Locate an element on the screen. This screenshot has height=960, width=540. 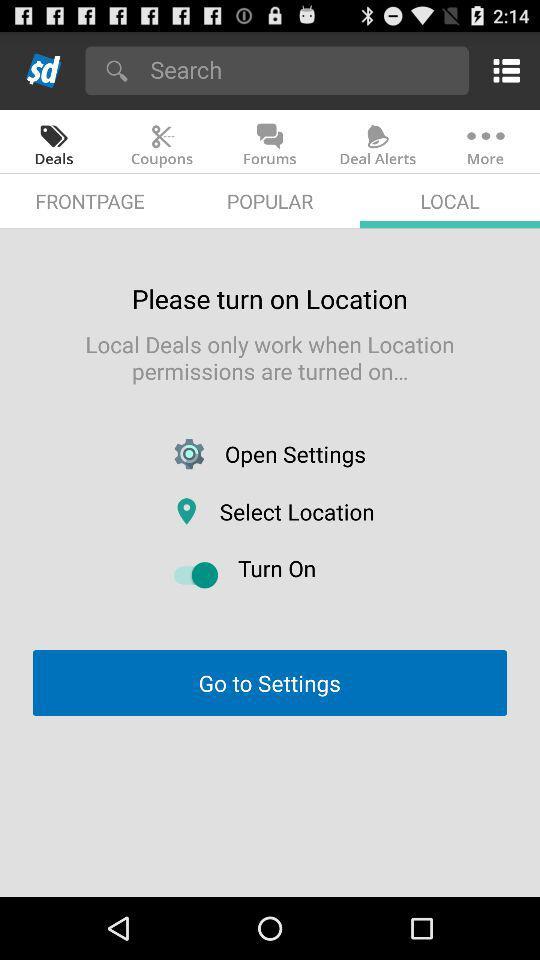
app to the right of the frontpage icon is located at coordinates (270, 201).